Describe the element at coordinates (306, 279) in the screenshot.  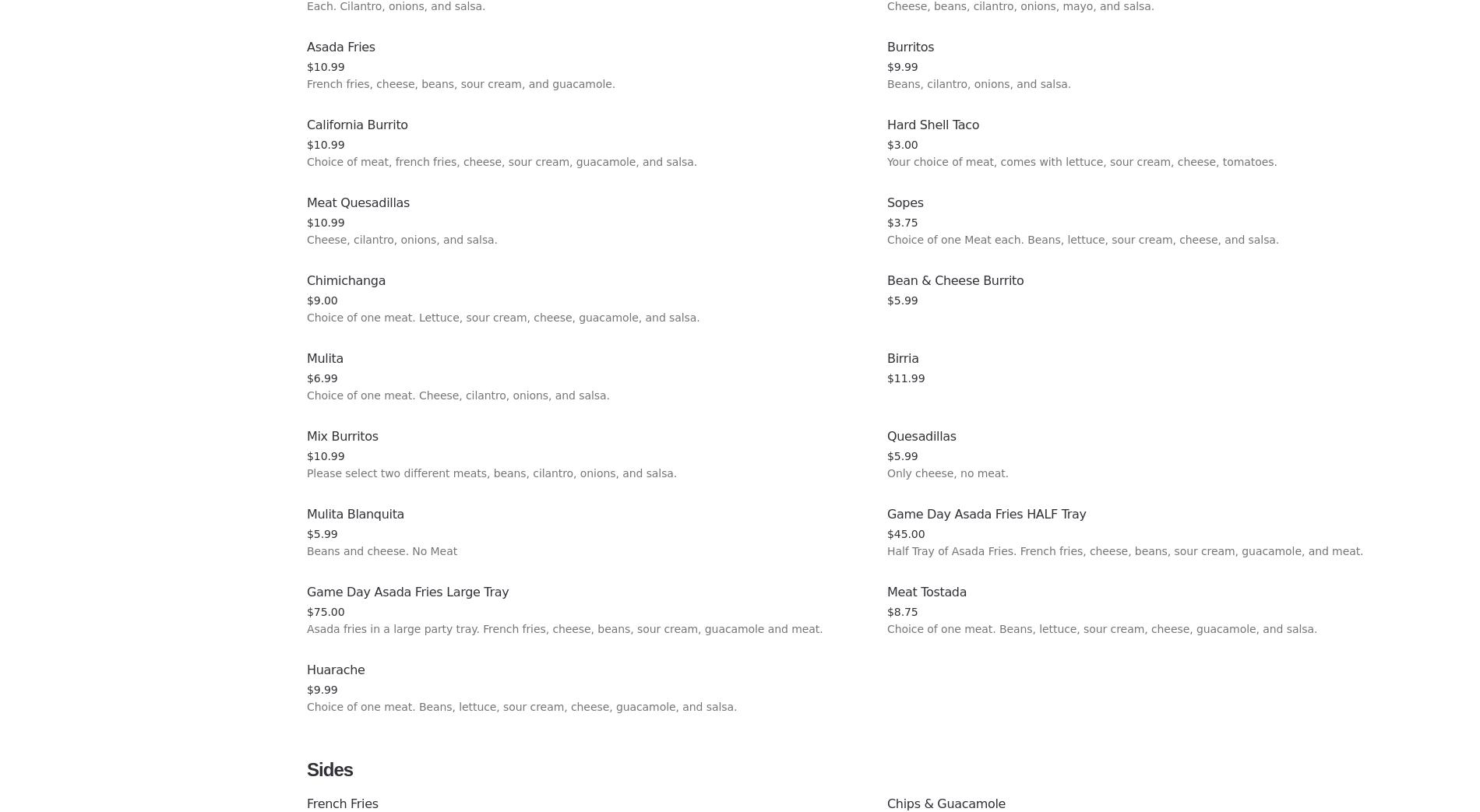
I see `'Chimichanga'` at that location.